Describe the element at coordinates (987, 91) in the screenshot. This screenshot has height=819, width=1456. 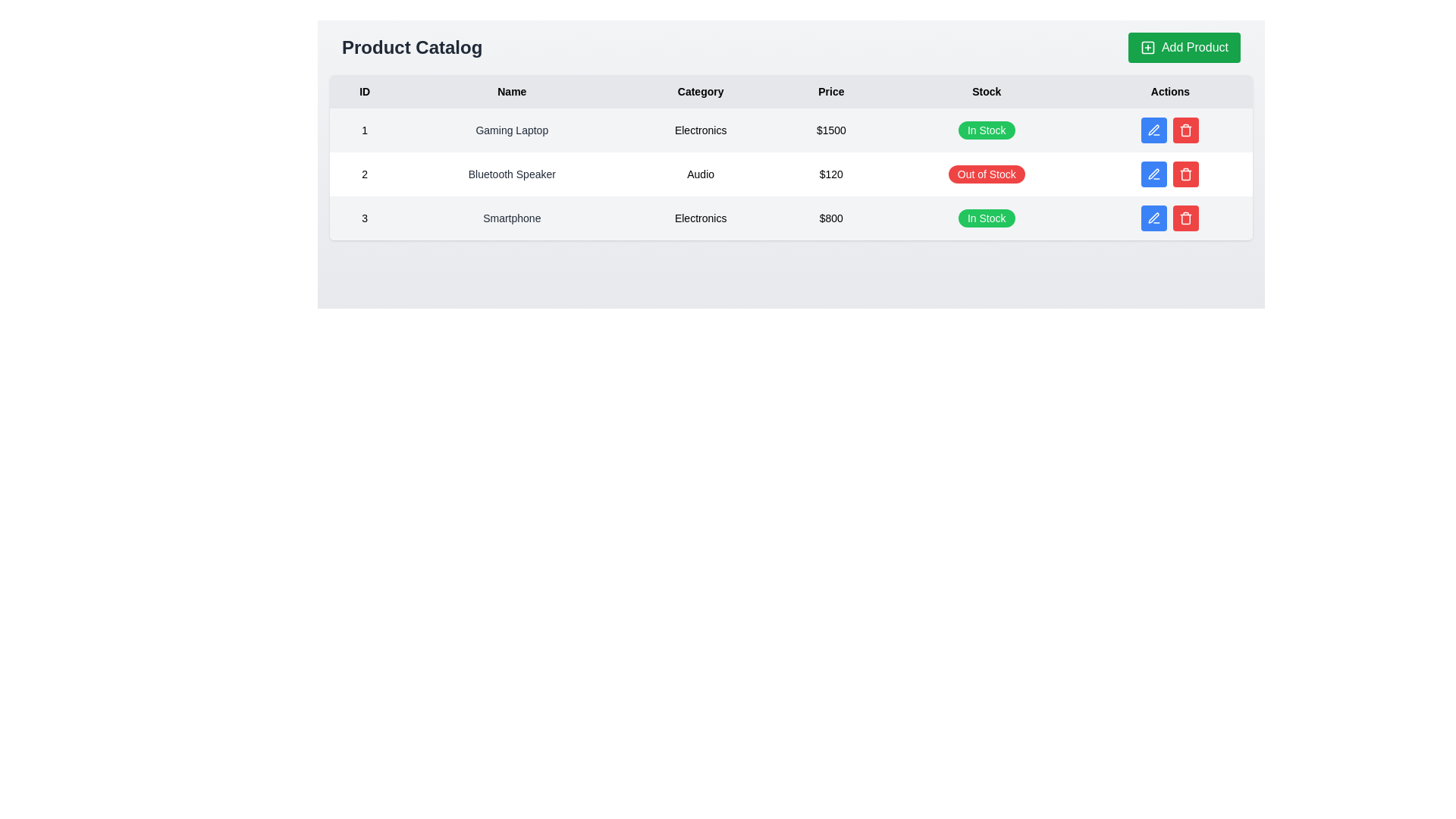
I see `the header label for the stock information column, which is the fifth item in the header row containing 'ID', 'Name', 'Category', 'Price', 'Stock', and 'Actions'` at that location.